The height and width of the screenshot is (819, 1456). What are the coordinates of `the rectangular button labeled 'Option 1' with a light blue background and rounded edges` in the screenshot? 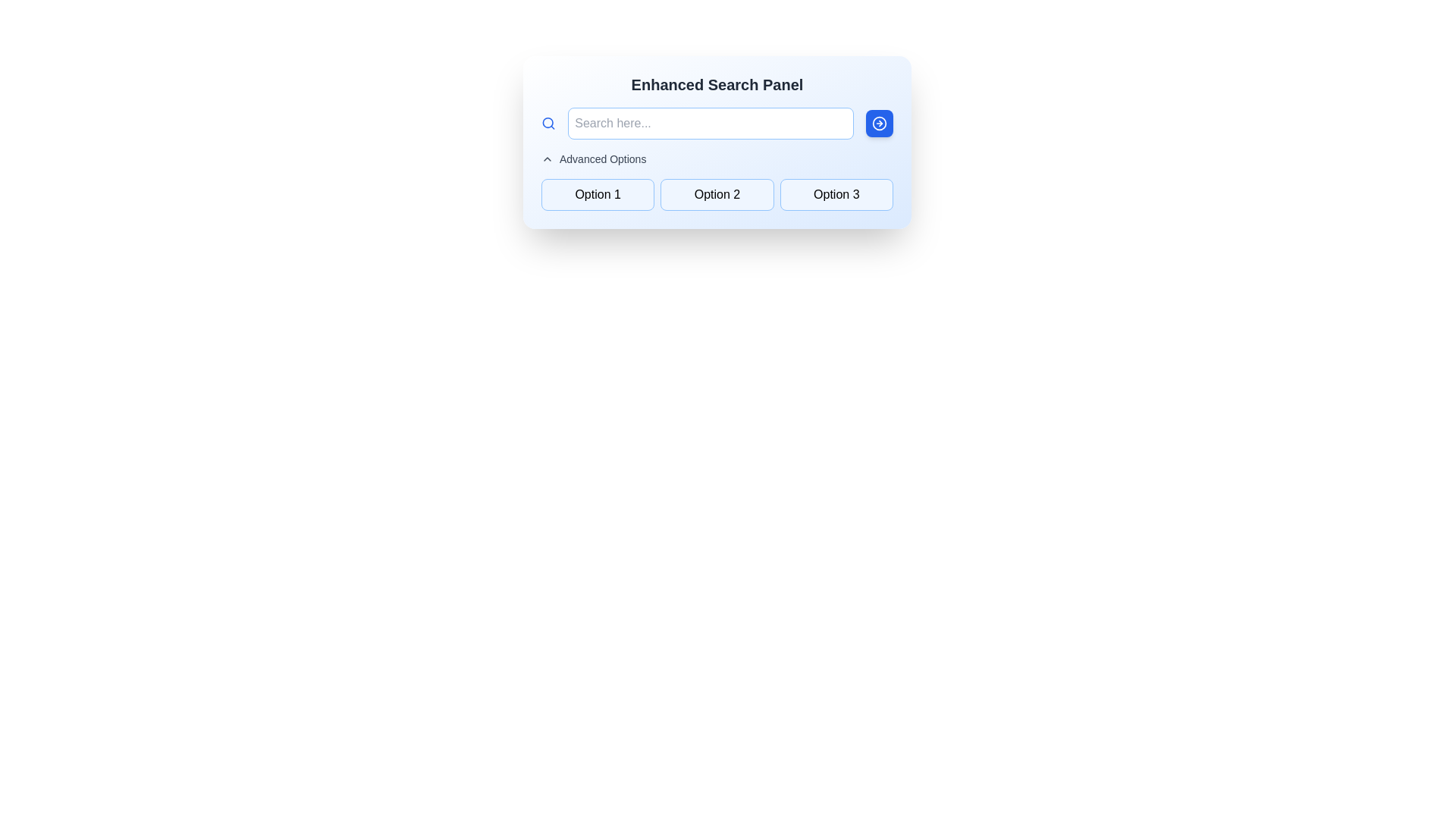 It's located at (597, 194).